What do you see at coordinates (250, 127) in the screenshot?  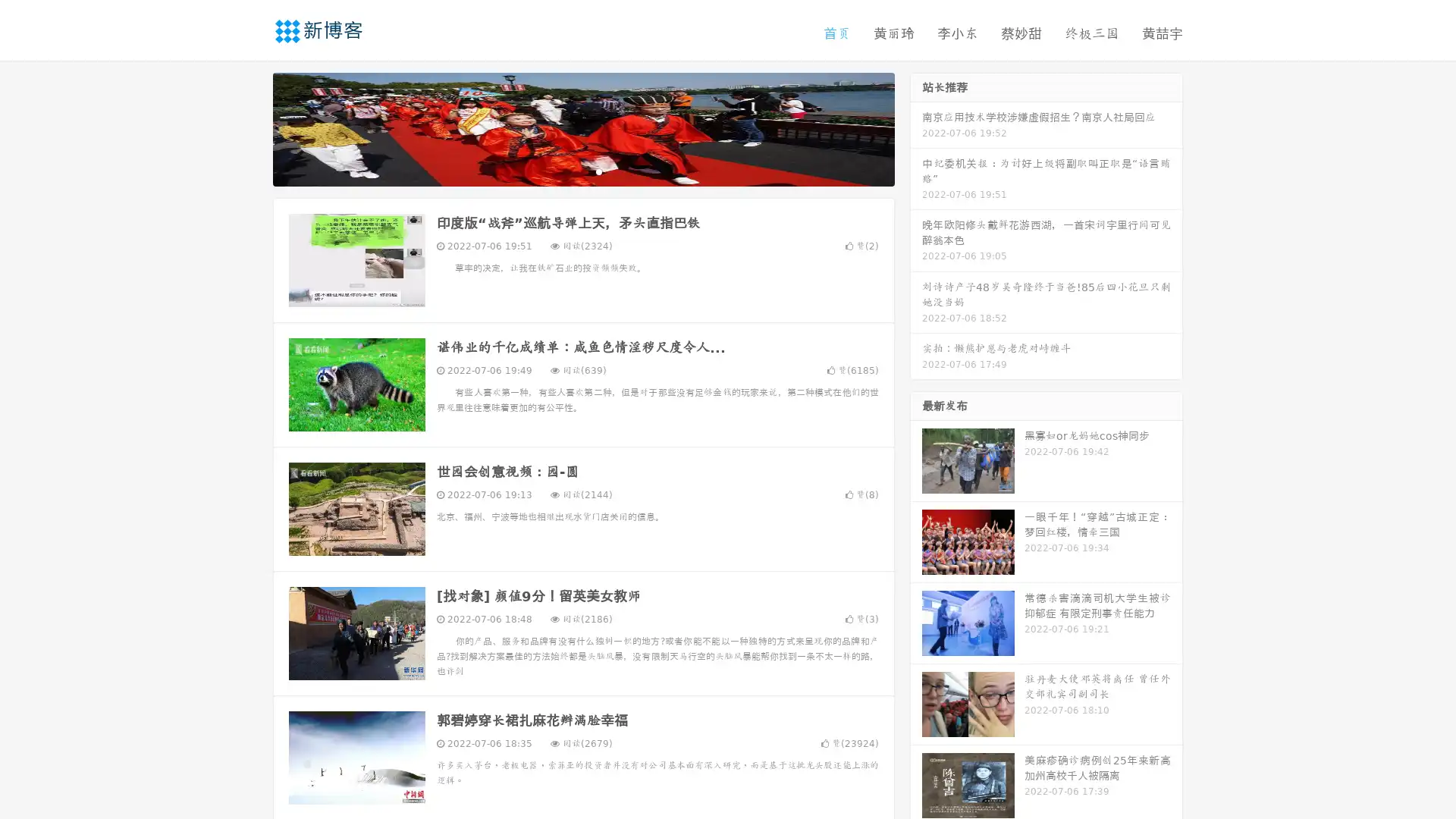 I see `Previous slide` at bounding box center [250, 127].